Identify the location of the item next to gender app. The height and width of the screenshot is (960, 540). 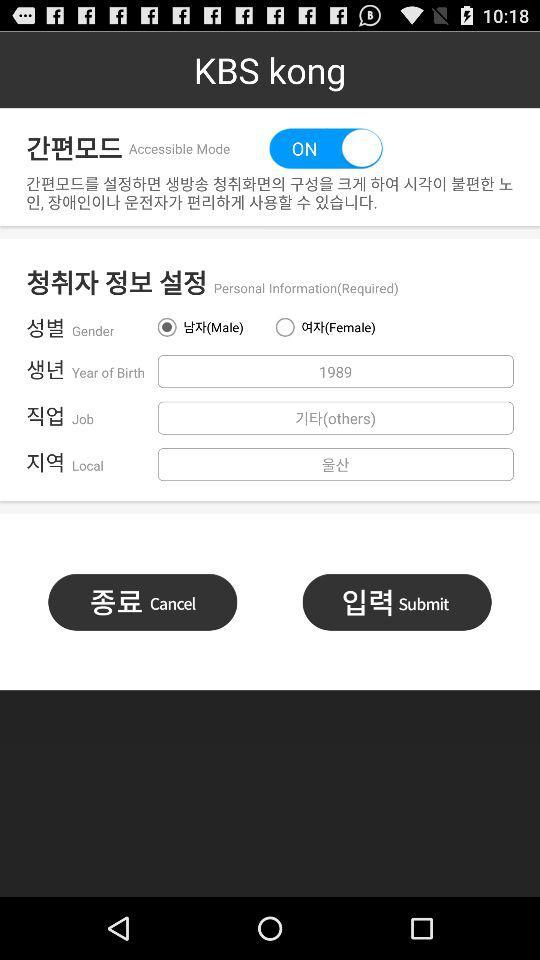
(209, 327).